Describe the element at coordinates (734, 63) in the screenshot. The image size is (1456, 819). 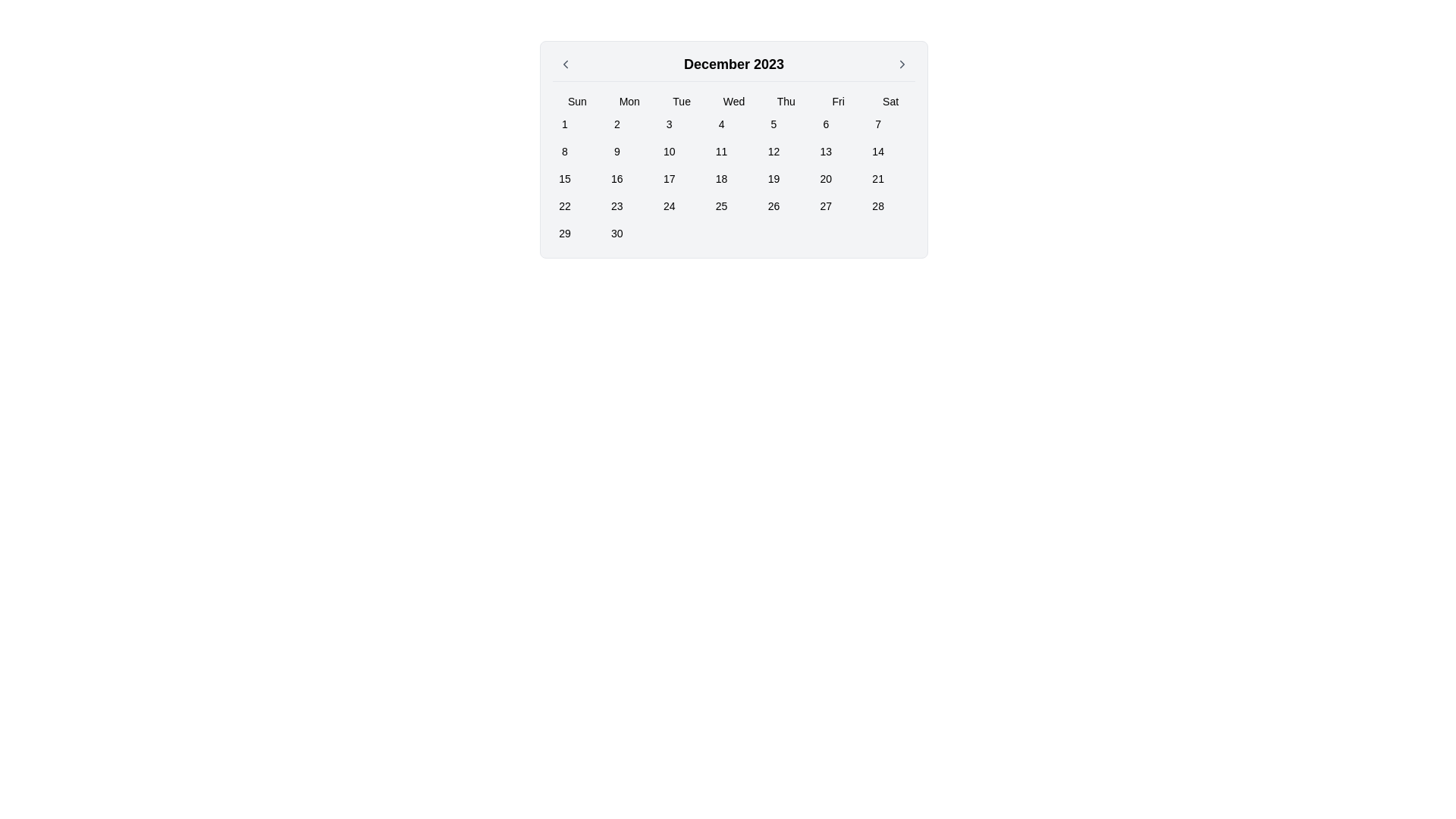
I see `the static text that indicates the currently displayed month and year in the calendar interface, located at the top of the calendar` at that location.